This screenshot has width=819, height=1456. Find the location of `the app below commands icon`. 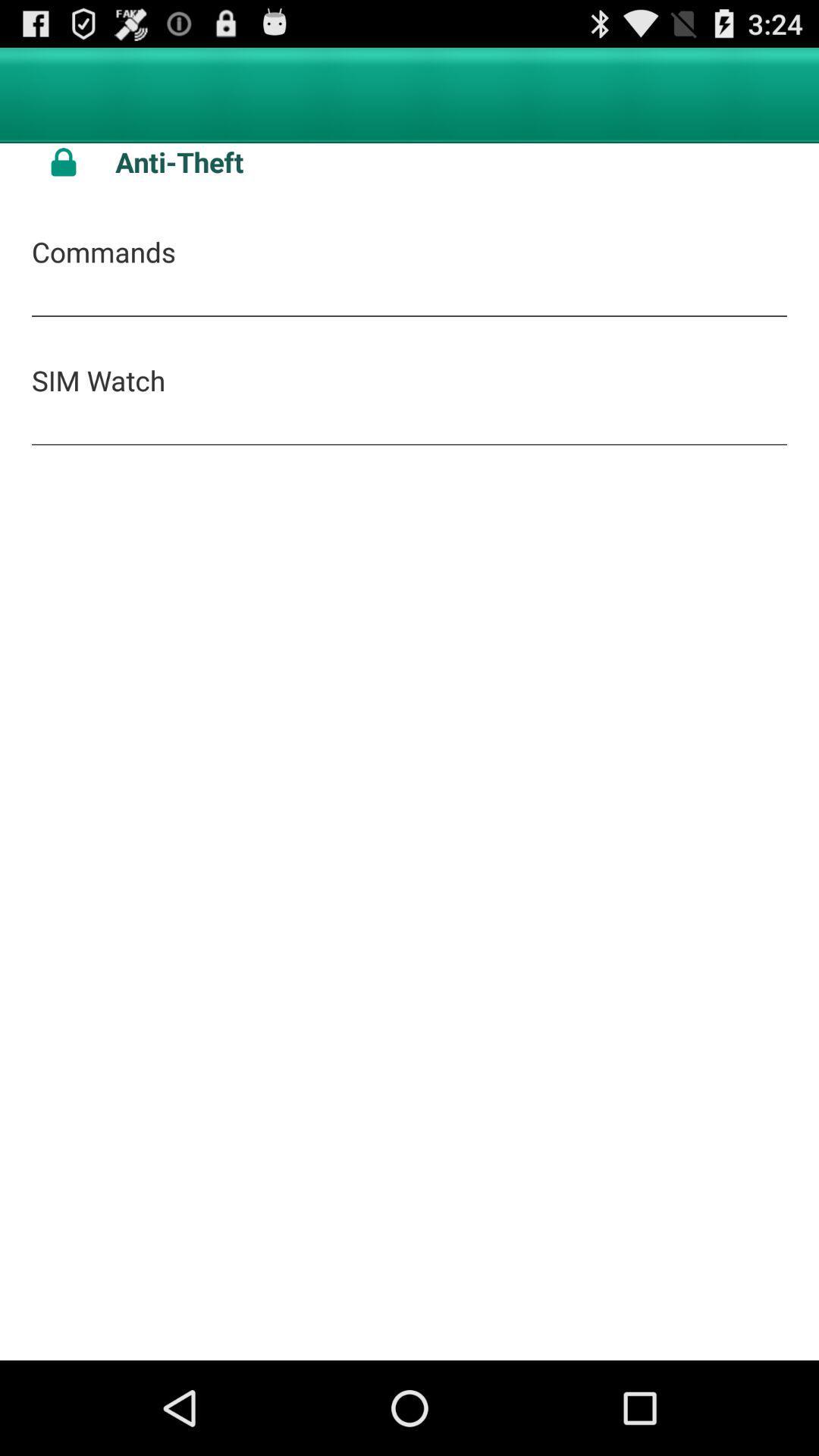

the app below commands icon is located at coordinates (99, 380).